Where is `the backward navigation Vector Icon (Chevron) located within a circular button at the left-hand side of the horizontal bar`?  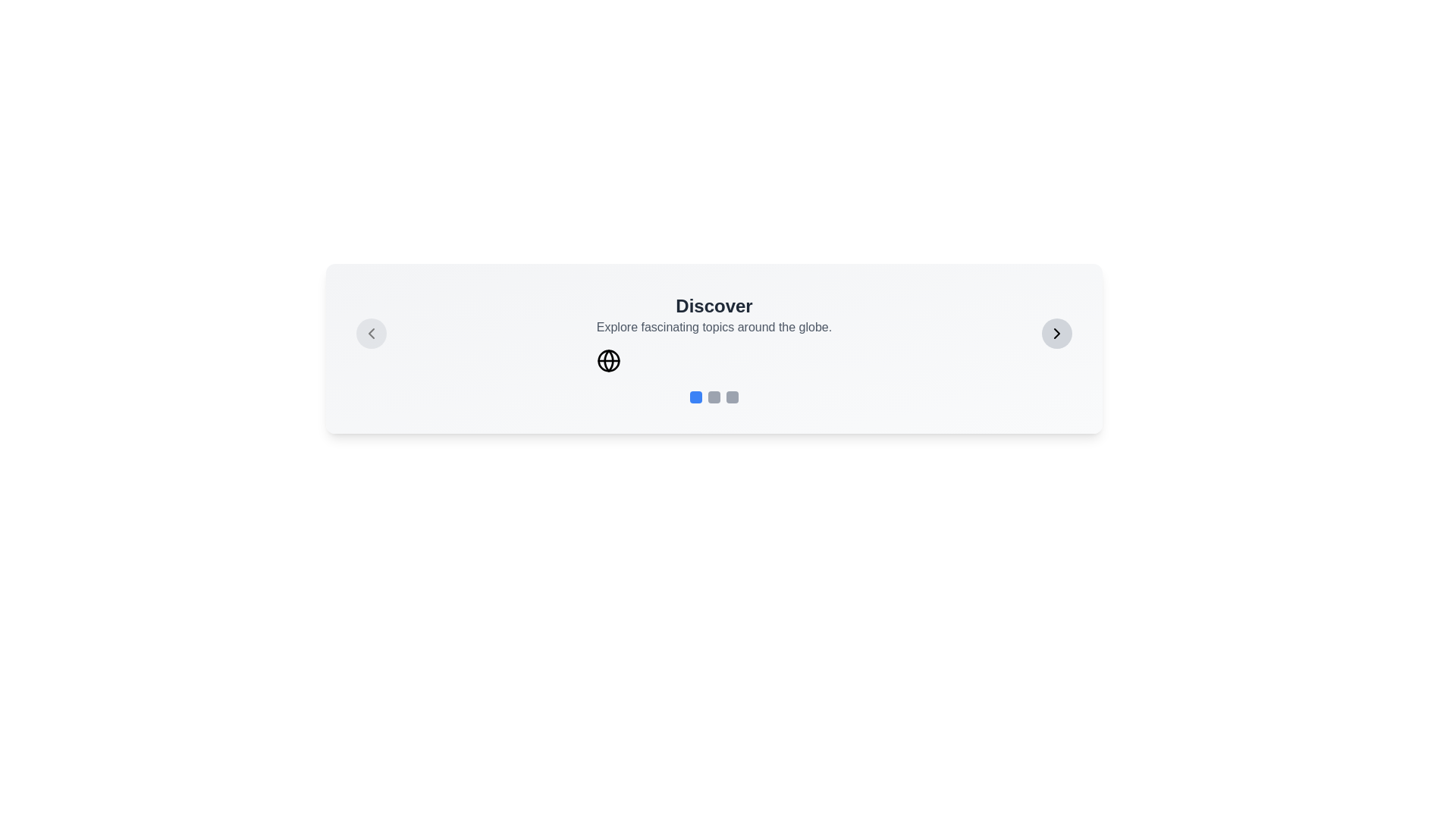
the backward navigation Vector Icon (Chevron) located within a circular button at the left-hand side of the horizontal bar is located at coordinates (371, 332).